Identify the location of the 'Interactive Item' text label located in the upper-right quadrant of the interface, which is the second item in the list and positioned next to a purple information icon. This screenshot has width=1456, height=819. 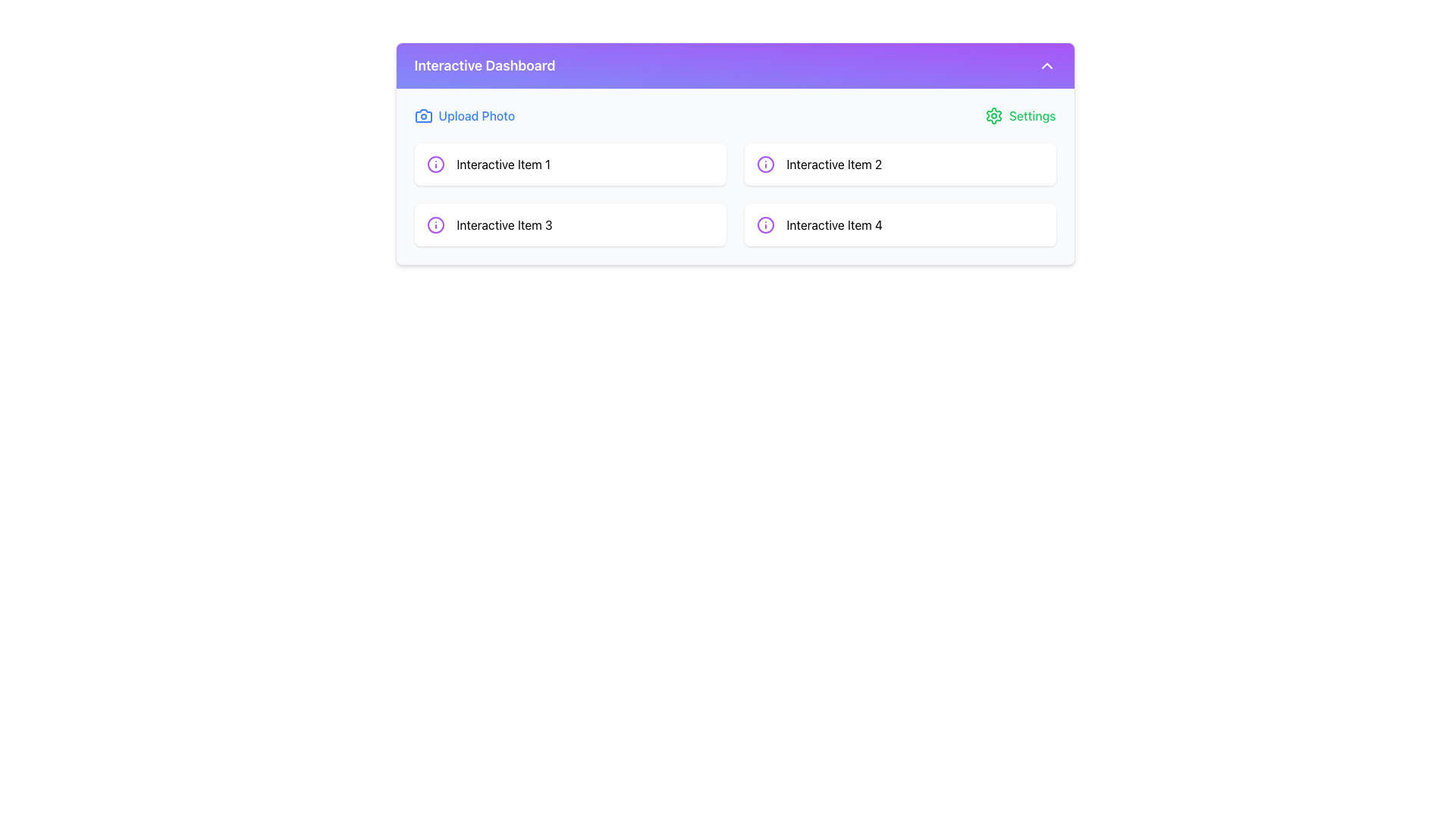
(833, 164).